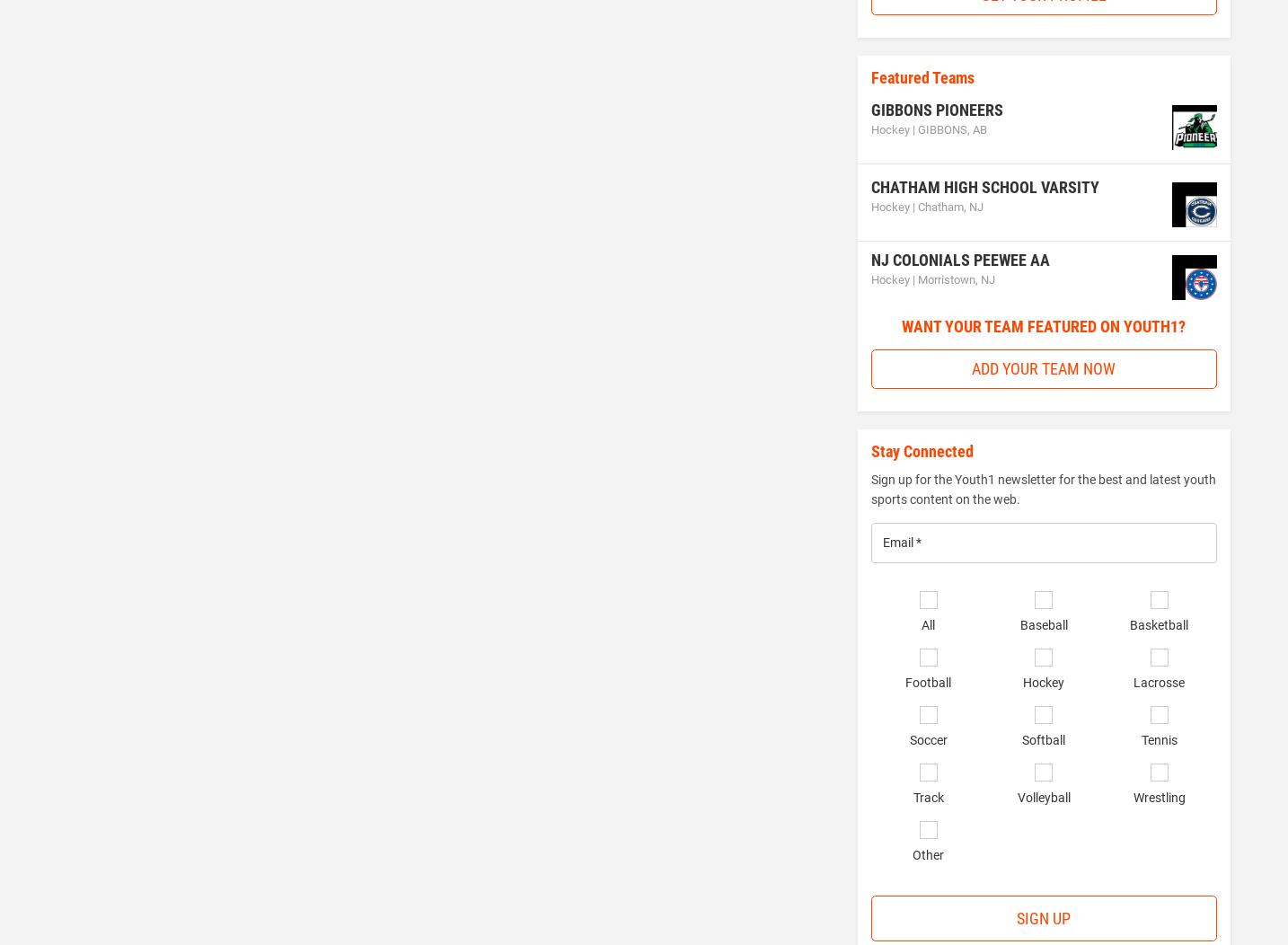  I want to click on '5) DON’T BLAME THE COACH – It is easy to blame others for your short comings. Blaming someone else is the easiest thing to do. Take responsibility for yourself and answer the questions above, be honest with yourself.', so click(425, 81).